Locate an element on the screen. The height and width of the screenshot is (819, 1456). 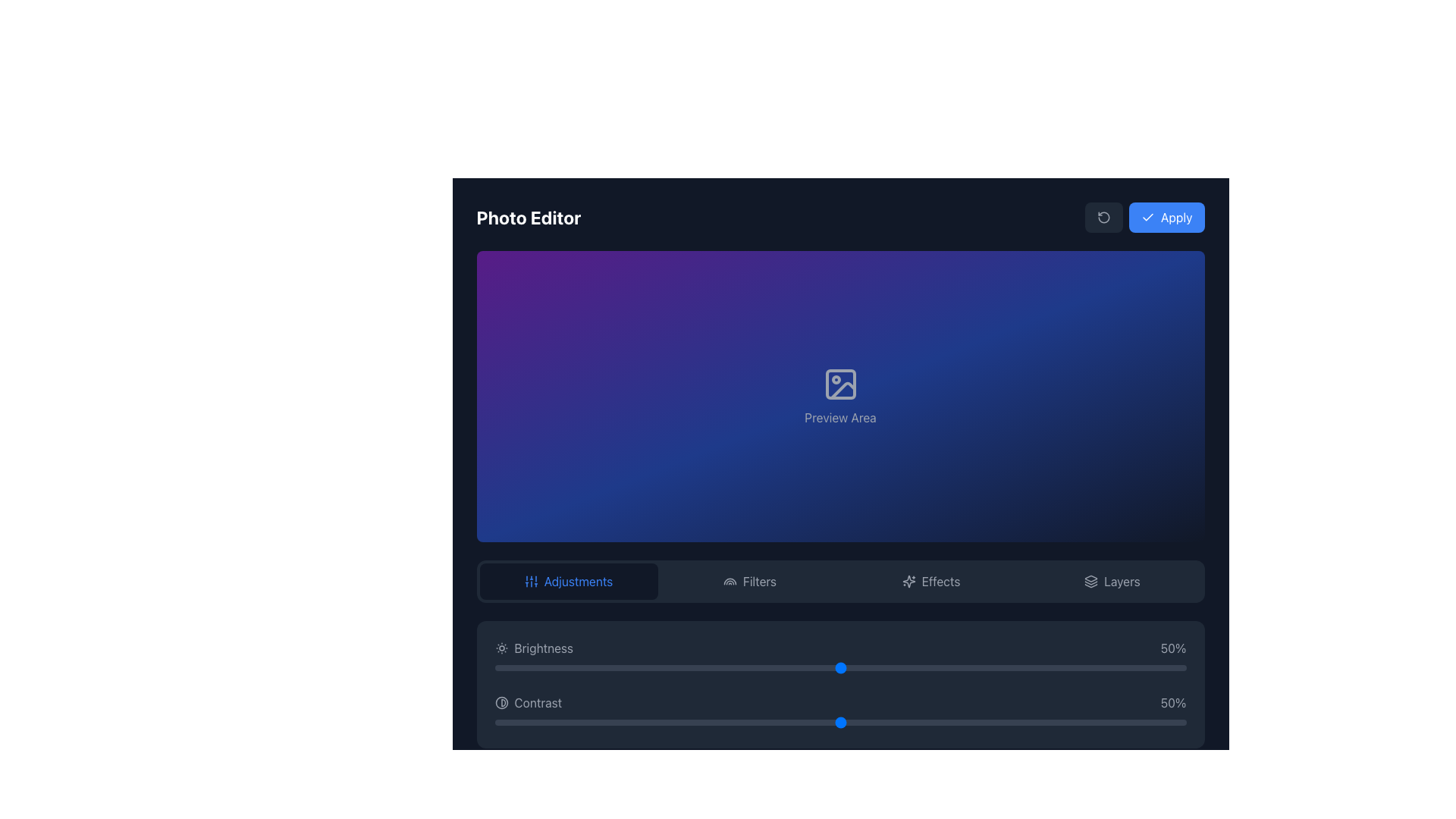
the circular brightness icon with a central dot and sun-like rays, located to the left of the 'Brightness' text at the bottom center of the interface is located at coordinates (501, 648).